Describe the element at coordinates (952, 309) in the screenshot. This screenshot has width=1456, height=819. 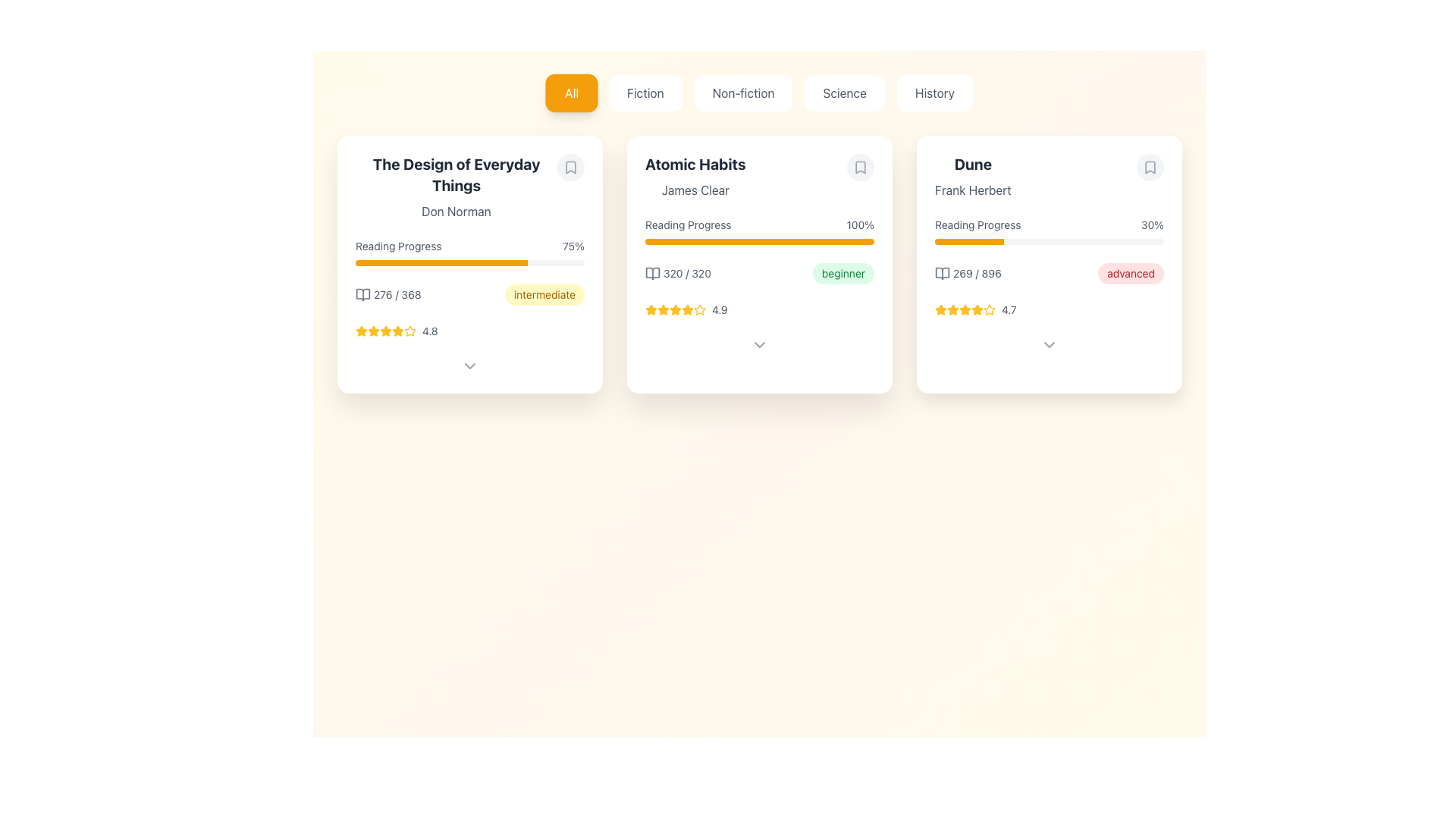
I see `the third filled rating star icon in the rating section of the 'Dune' card, which is the third card in a row of five stars` at that location.